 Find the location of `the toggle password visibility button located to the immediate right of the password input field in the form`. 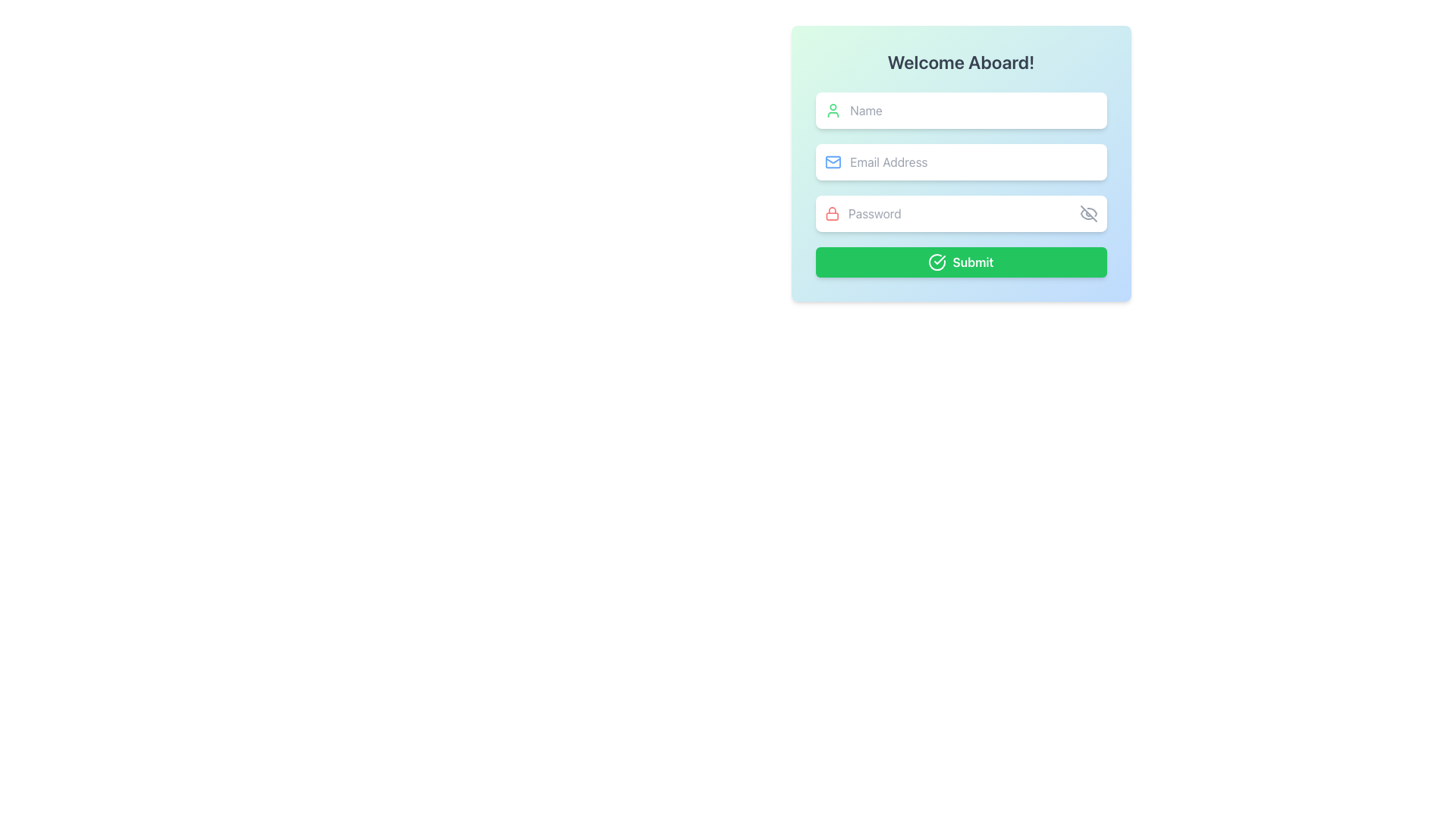

the toggle password visibility button located to the immediate right of the password input field in the form is located at coordinates (1087, 213).